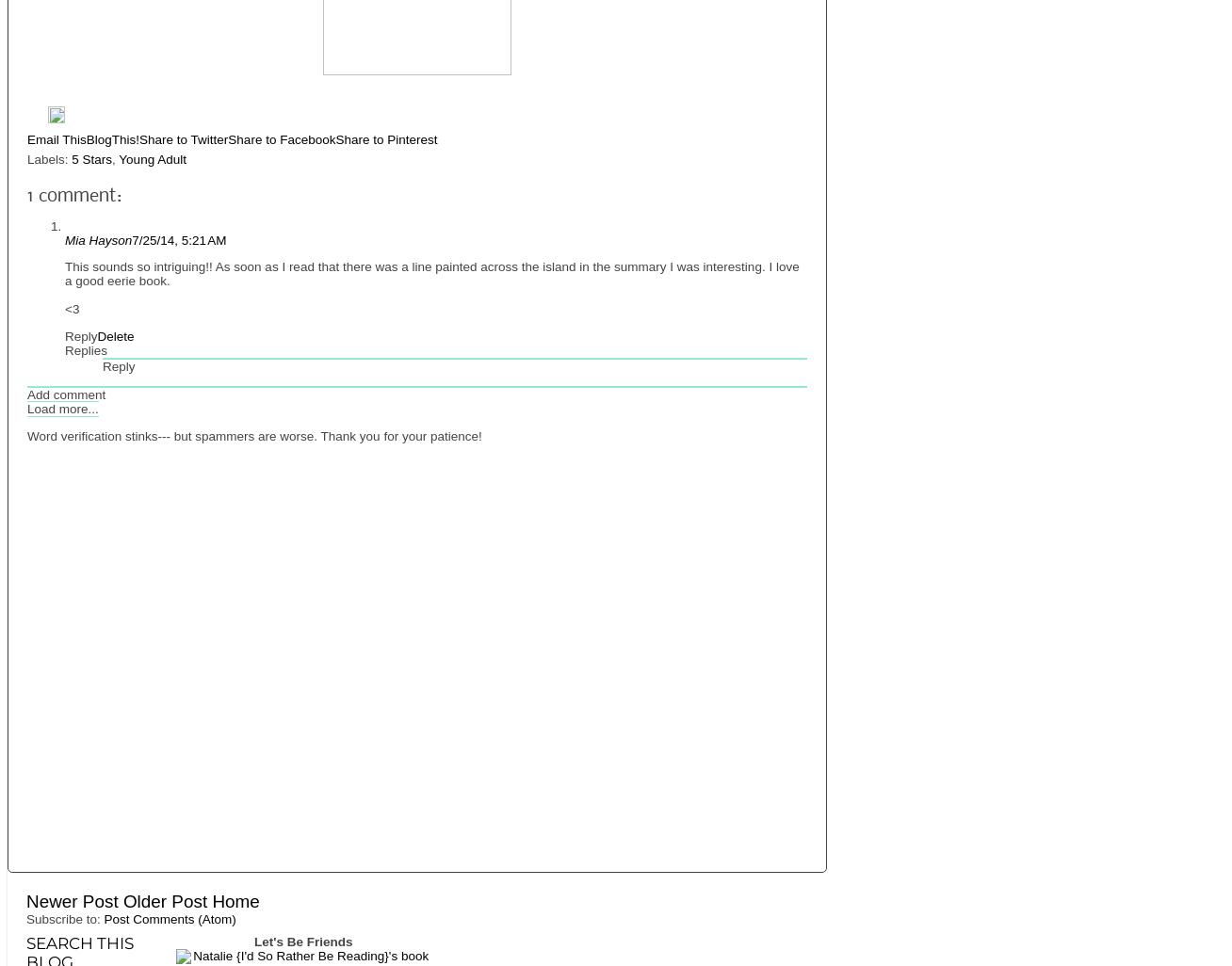 The image size is (1232, 966). What do you see at coordinates (90, 158) in the screenshot?
I see `'5 Stars'` at bounding box center [90, 158].